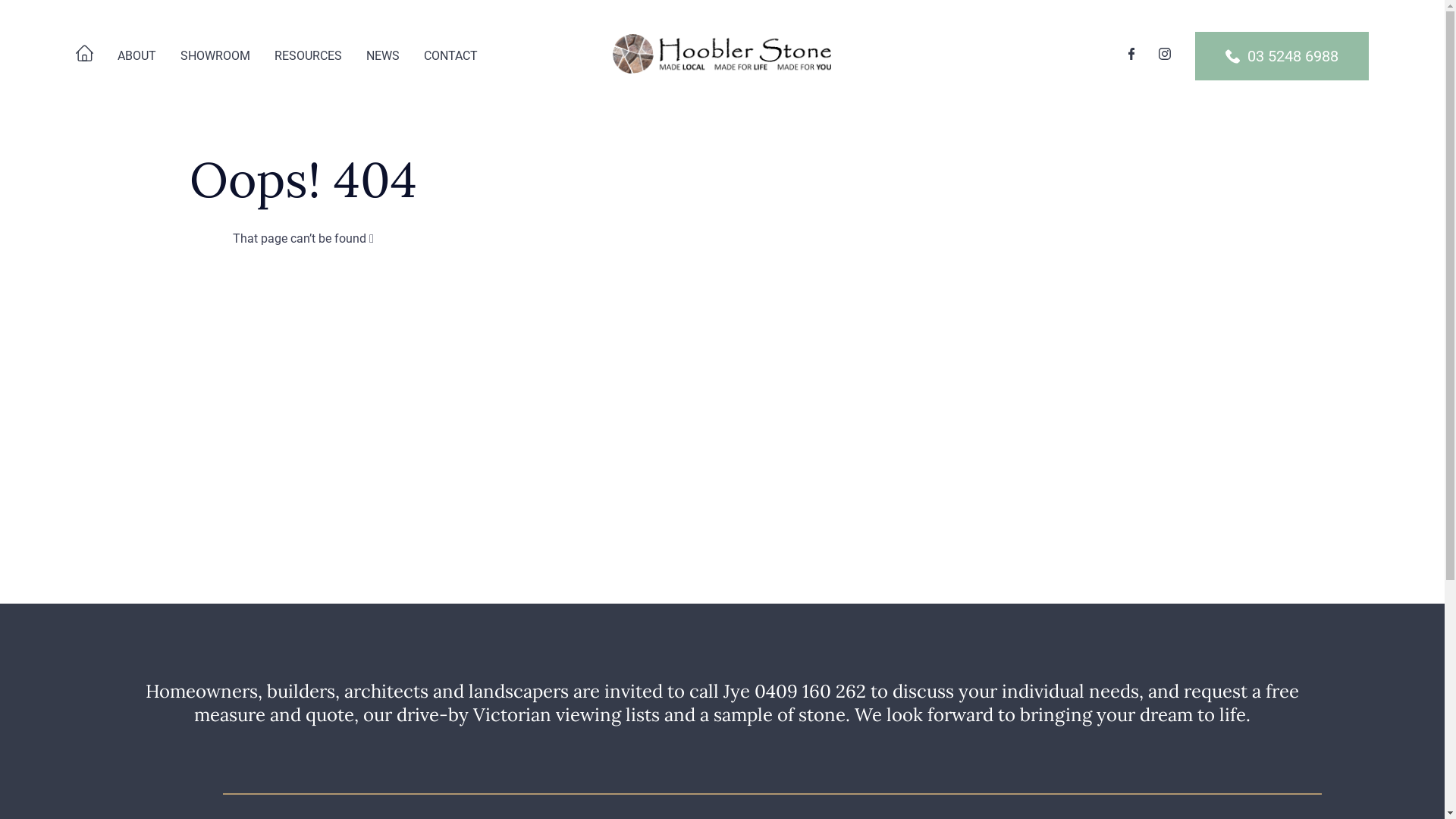  I want to click on 'NEWS', so click(382, 55).